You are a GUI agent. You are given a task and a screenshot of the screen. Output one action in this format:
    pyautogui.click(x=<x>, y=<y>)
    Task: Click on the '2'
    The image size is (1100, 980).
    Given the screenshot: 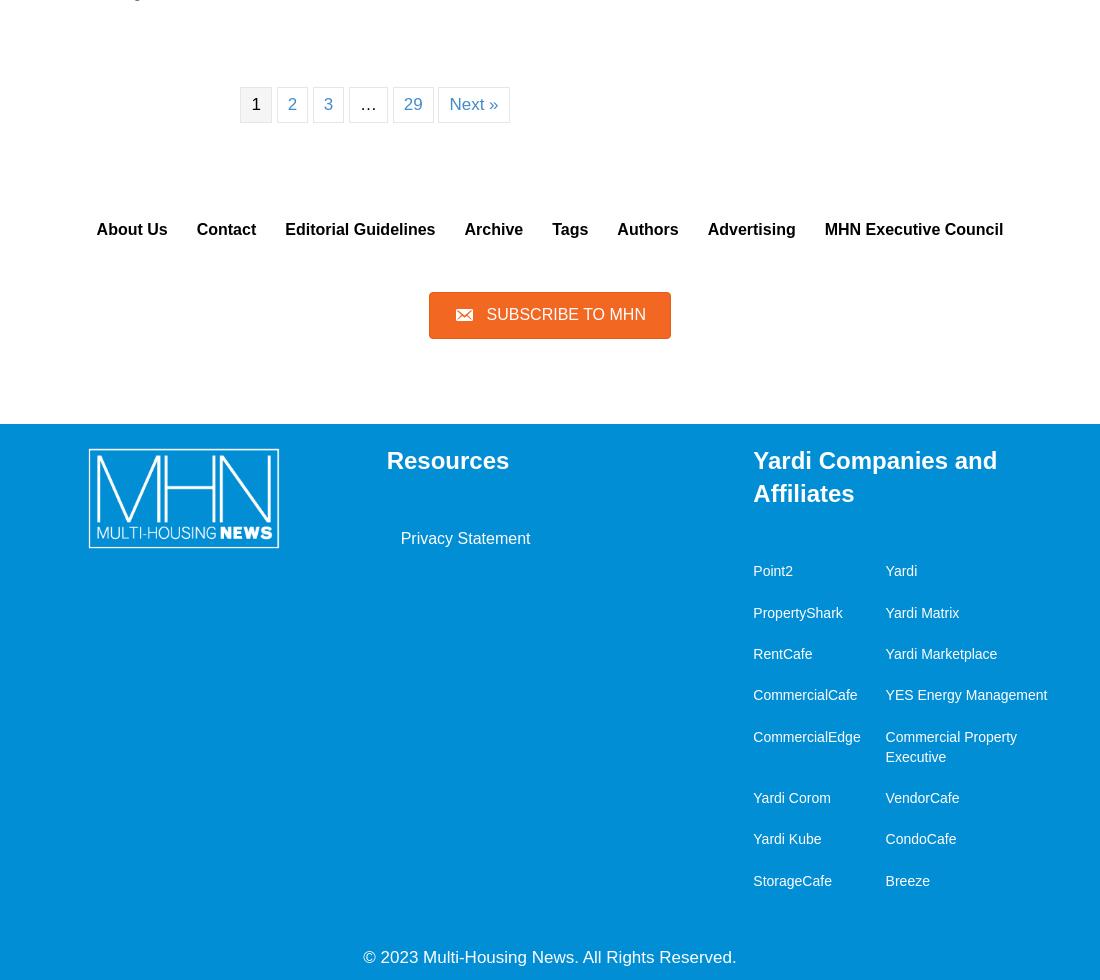 What is the action you would take?
    pyautogui.click(x=285, y=103)
    